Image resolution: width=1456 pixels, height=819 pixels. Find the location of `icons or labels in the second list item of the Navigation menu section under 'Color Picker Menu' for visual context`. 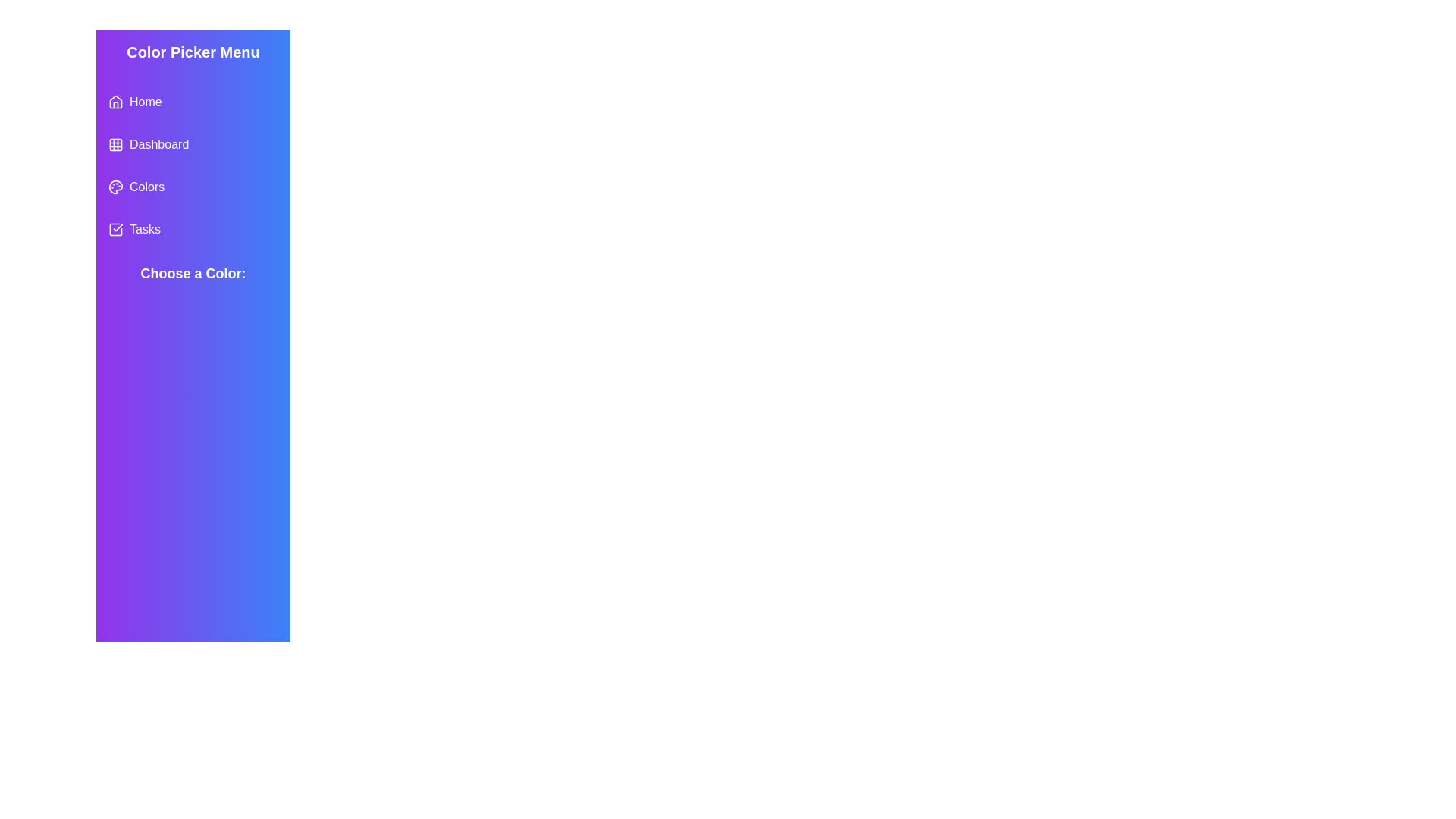

icons or labels in the second list item of the Navigation menu section under 'Color Picker Menu' for visual context is located at coordinates (192, 166).